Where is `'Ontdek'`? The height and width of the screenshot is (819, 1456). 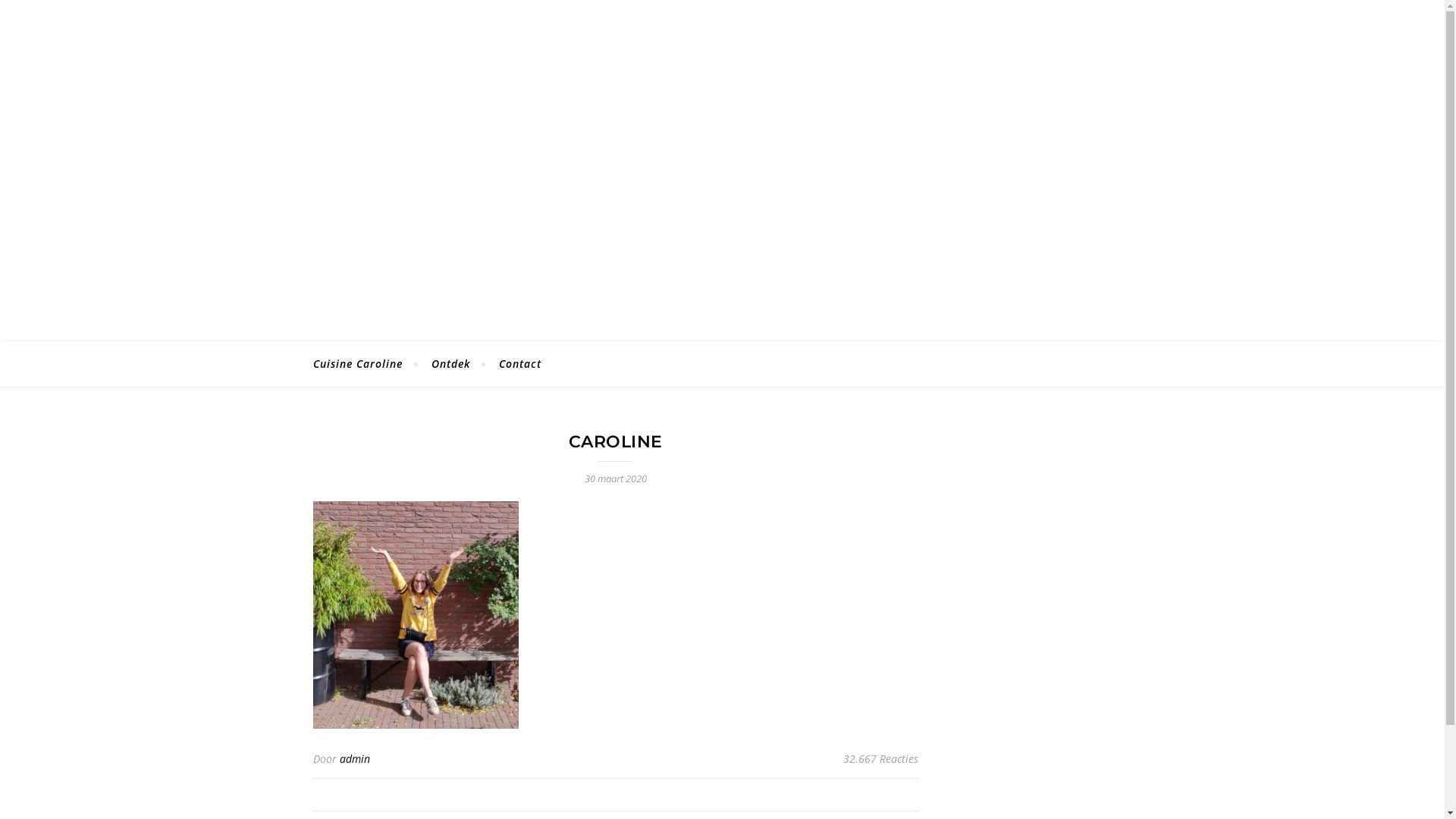 'Ontdek' is located at coordinates (450, 363).